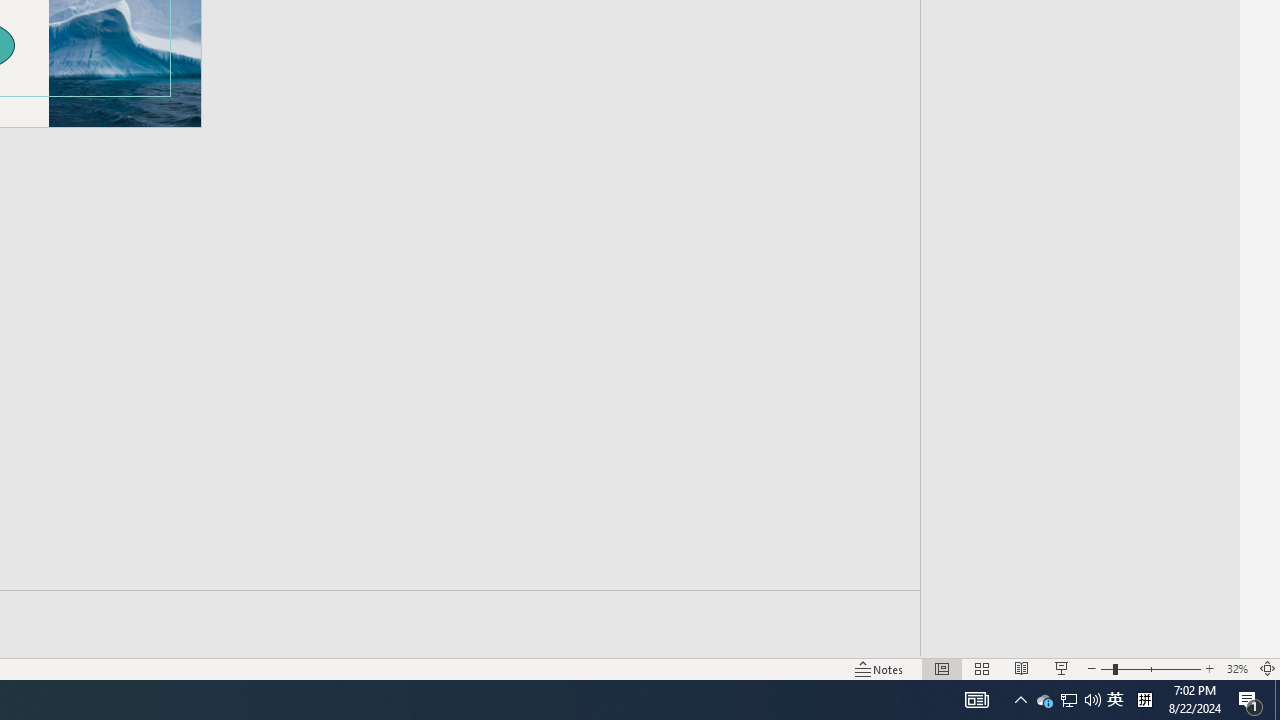 Image resolution: width=1280 pixels, height=720 pixels. I want to click on 'Zoom 32%', so click(1236, 669).